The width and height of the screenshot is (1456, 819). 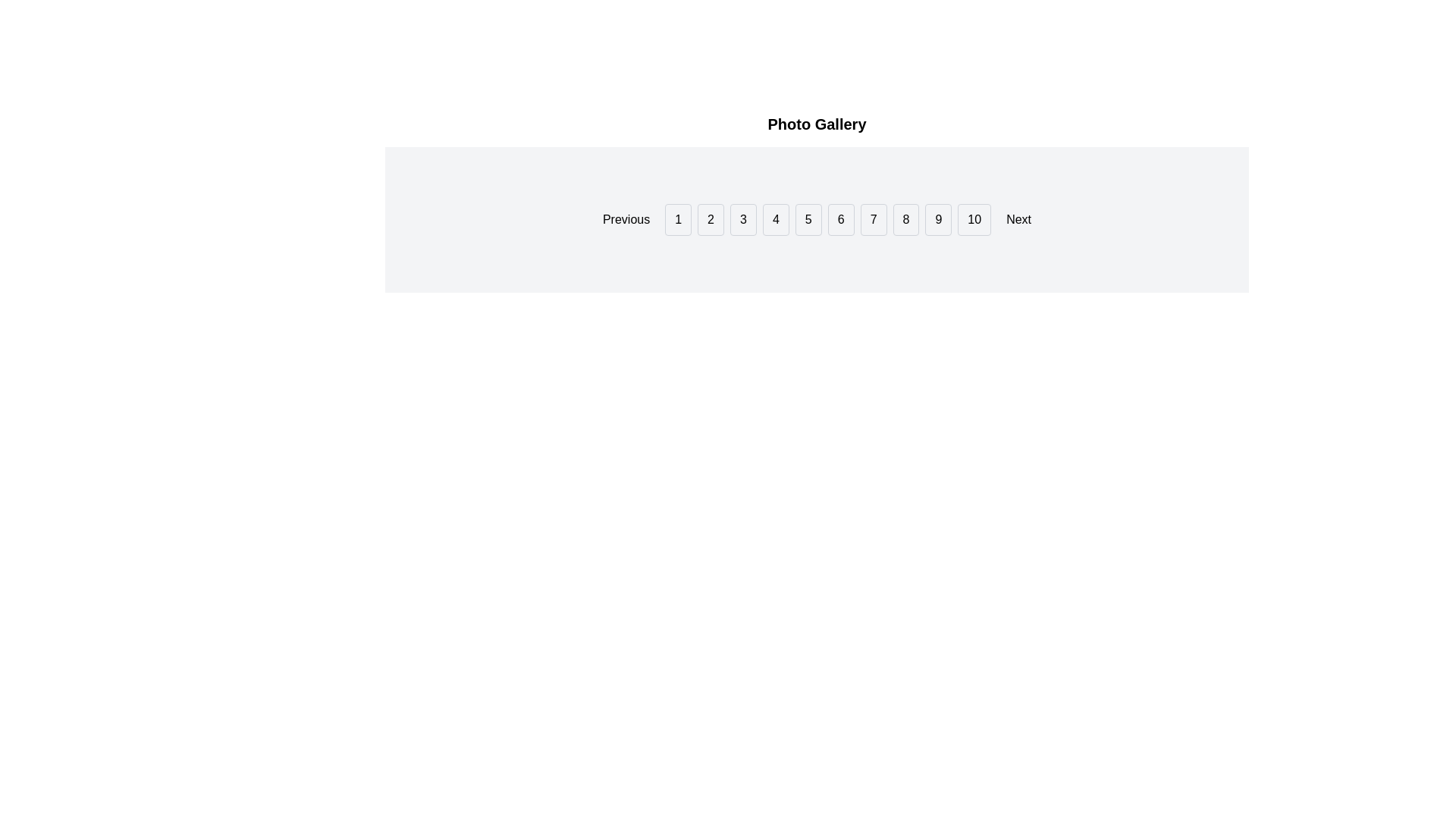 I want to click on the button labeled '3' in the navigation bar, so click(x=743, y=219).